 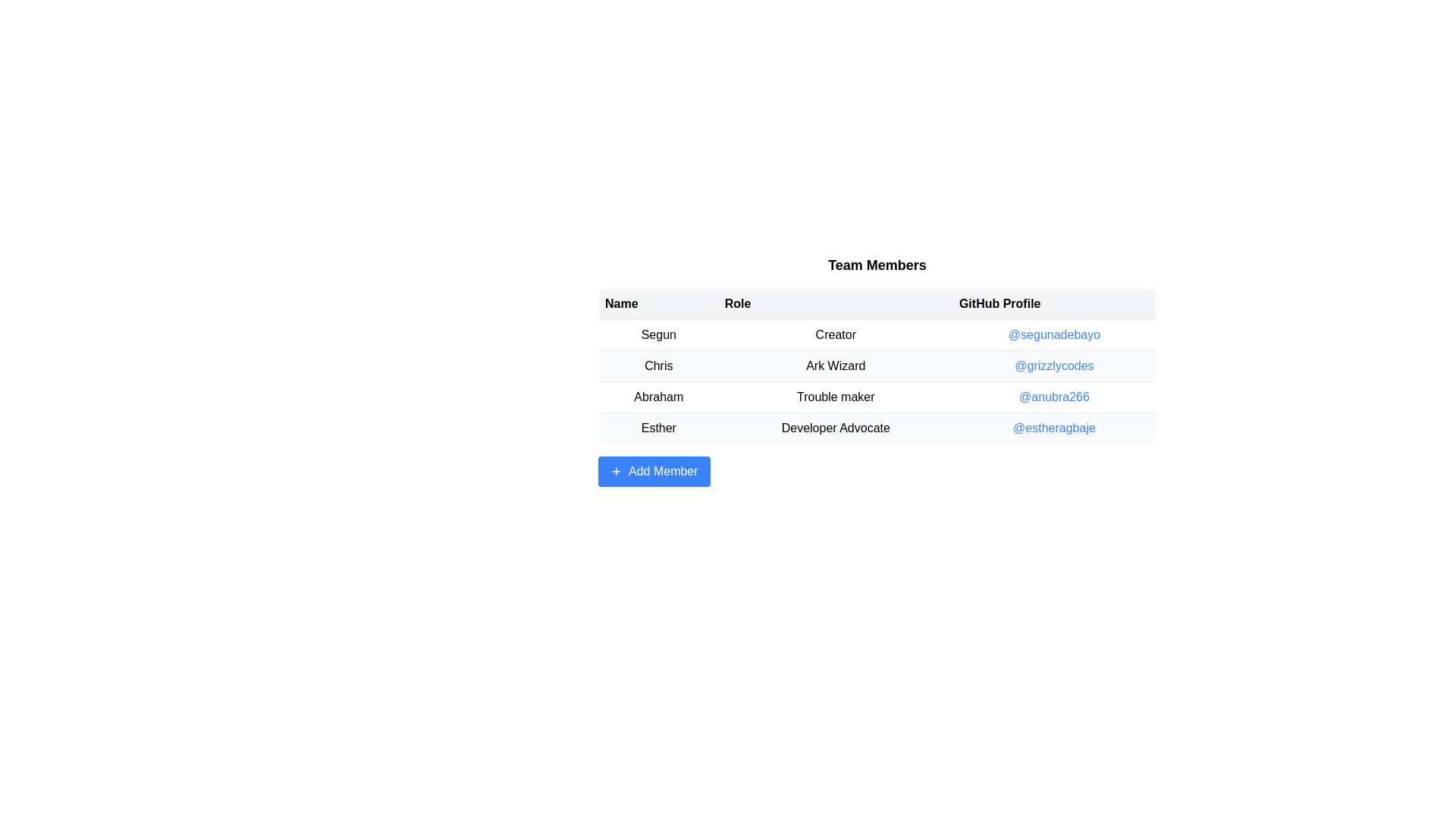 What do you see at coordinates (1053, 366) in the screenshot?
I see `the hyperlink '@grizzlycodes' styled in blue, located in the GitHub Profile column under the 'Team Members' heading, specifically the third entry aligned with 'Chris Ark Wizard'` at bounding box center [1053, 366].